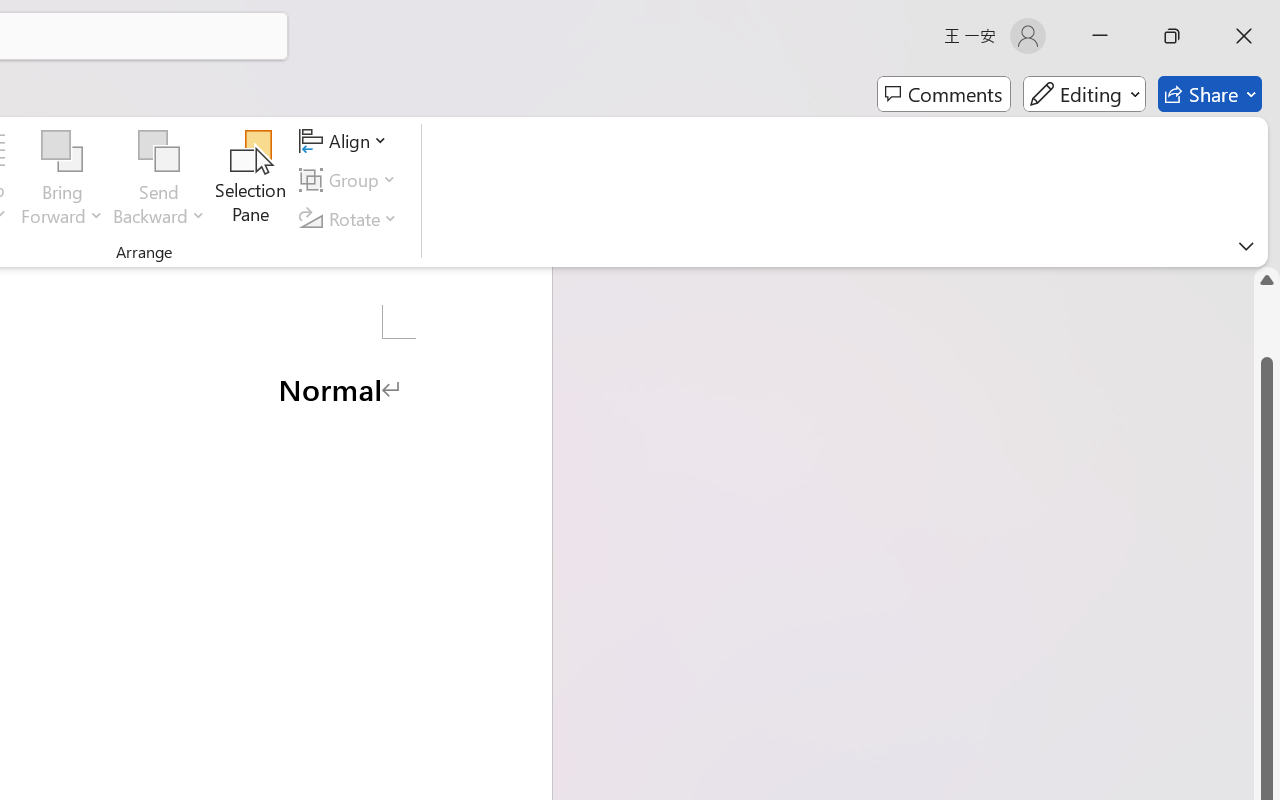 The height and width of the screenshot is (800, 1280). Describe the element at coordinates (62, 151) in the screenshot. I see `'Bring Forward'` at that location.